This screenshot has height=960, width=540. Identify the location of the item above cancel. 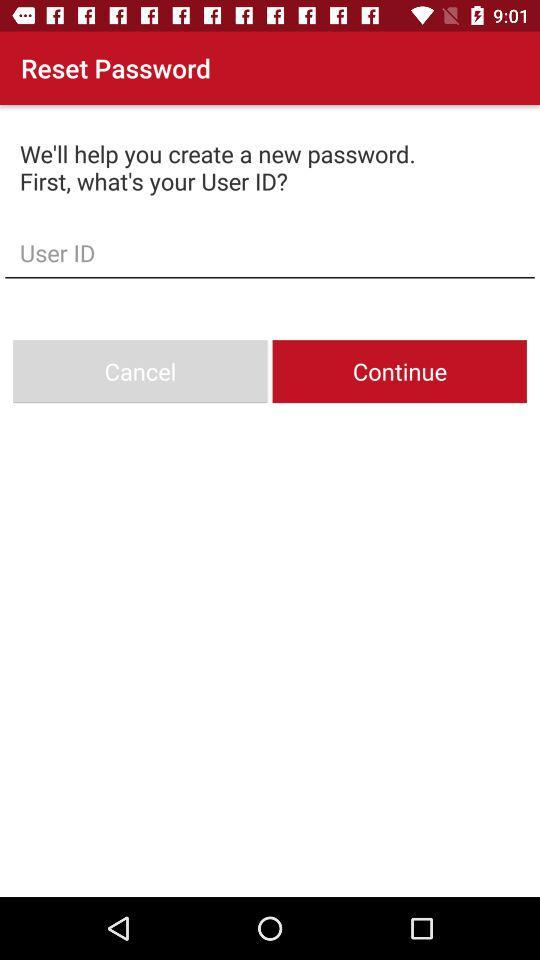
(270, 251).